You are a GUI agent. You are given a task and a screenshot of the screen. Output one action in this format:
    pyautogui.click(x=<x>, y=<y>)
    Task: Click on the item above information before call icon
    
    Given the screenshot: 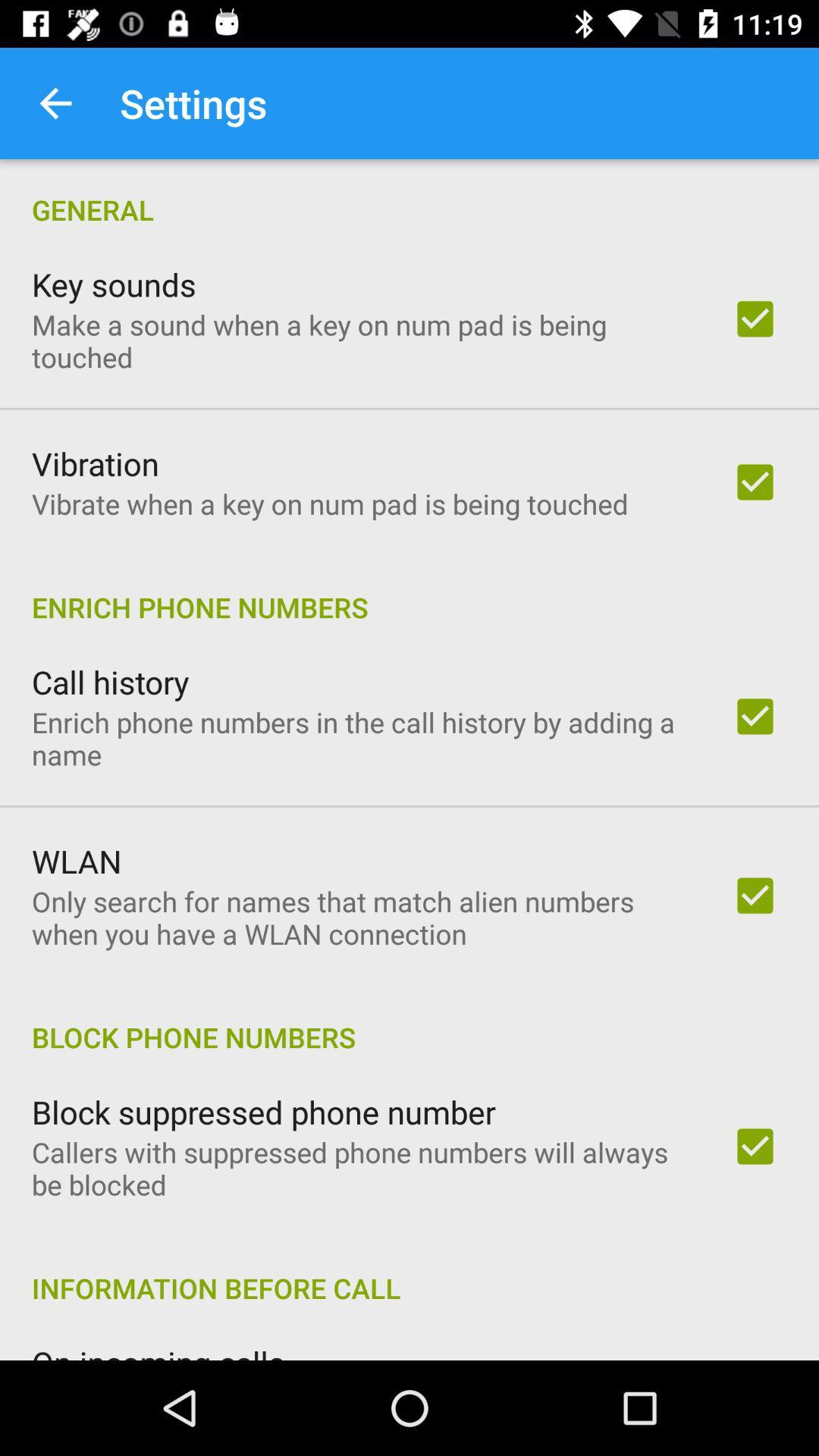 What is the action you would take?
    pyautogui.click(x=362, y=1167)
    